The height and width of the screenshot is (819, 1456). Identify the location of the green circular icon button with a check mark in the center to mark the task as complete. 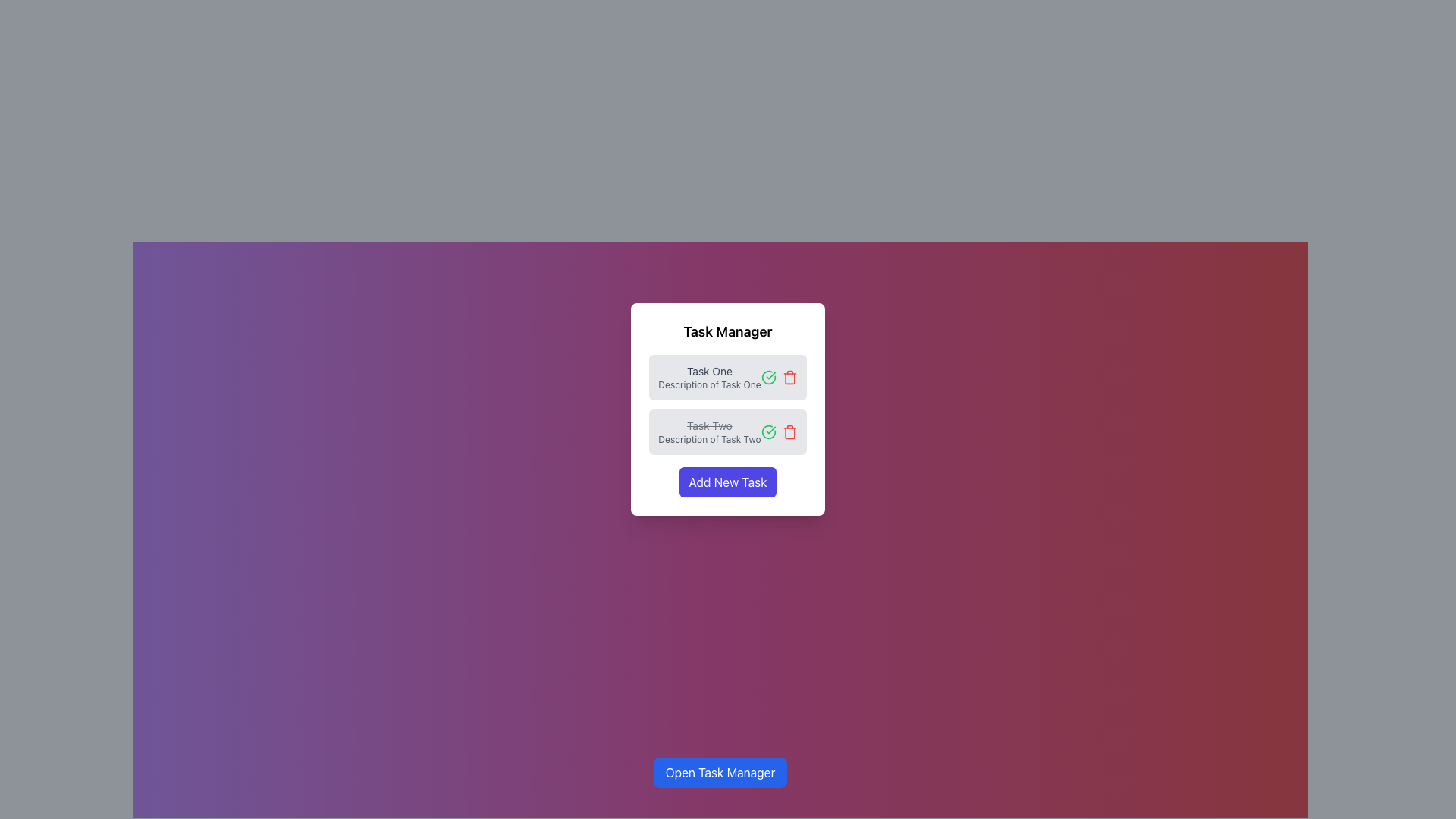
(768, 432).